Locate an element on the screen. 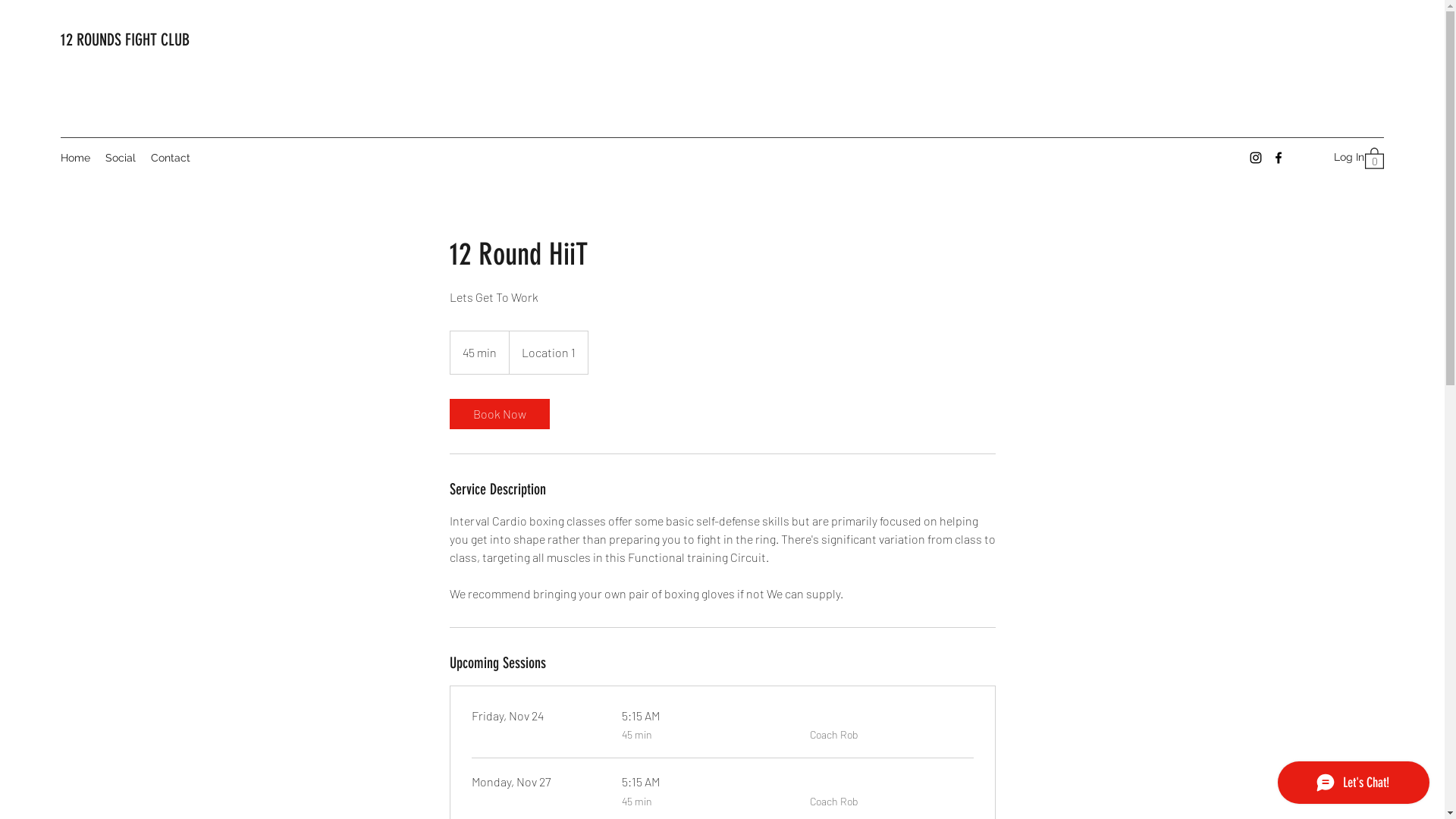 This screenshot has width=1456, height=819. 'Contact' is located at coordinates (171, 158).